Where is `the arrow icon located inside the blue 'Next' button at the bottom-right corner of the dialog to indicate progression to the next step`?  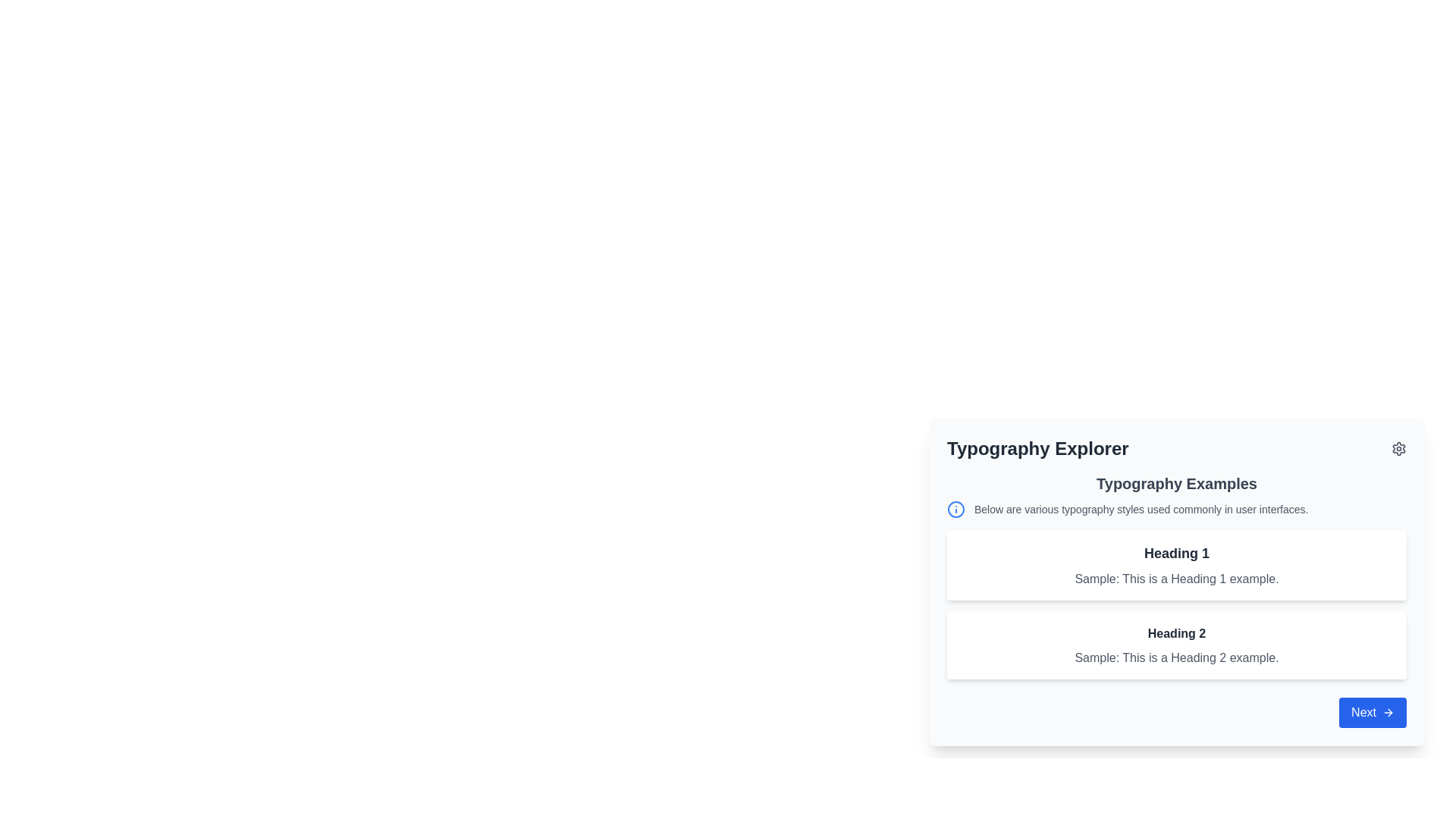
the arrow icon located inside the blue 'Next' button at the bottom-right corner of the dialog to indicate progression to the next step is located at coordinates (1388, 713).